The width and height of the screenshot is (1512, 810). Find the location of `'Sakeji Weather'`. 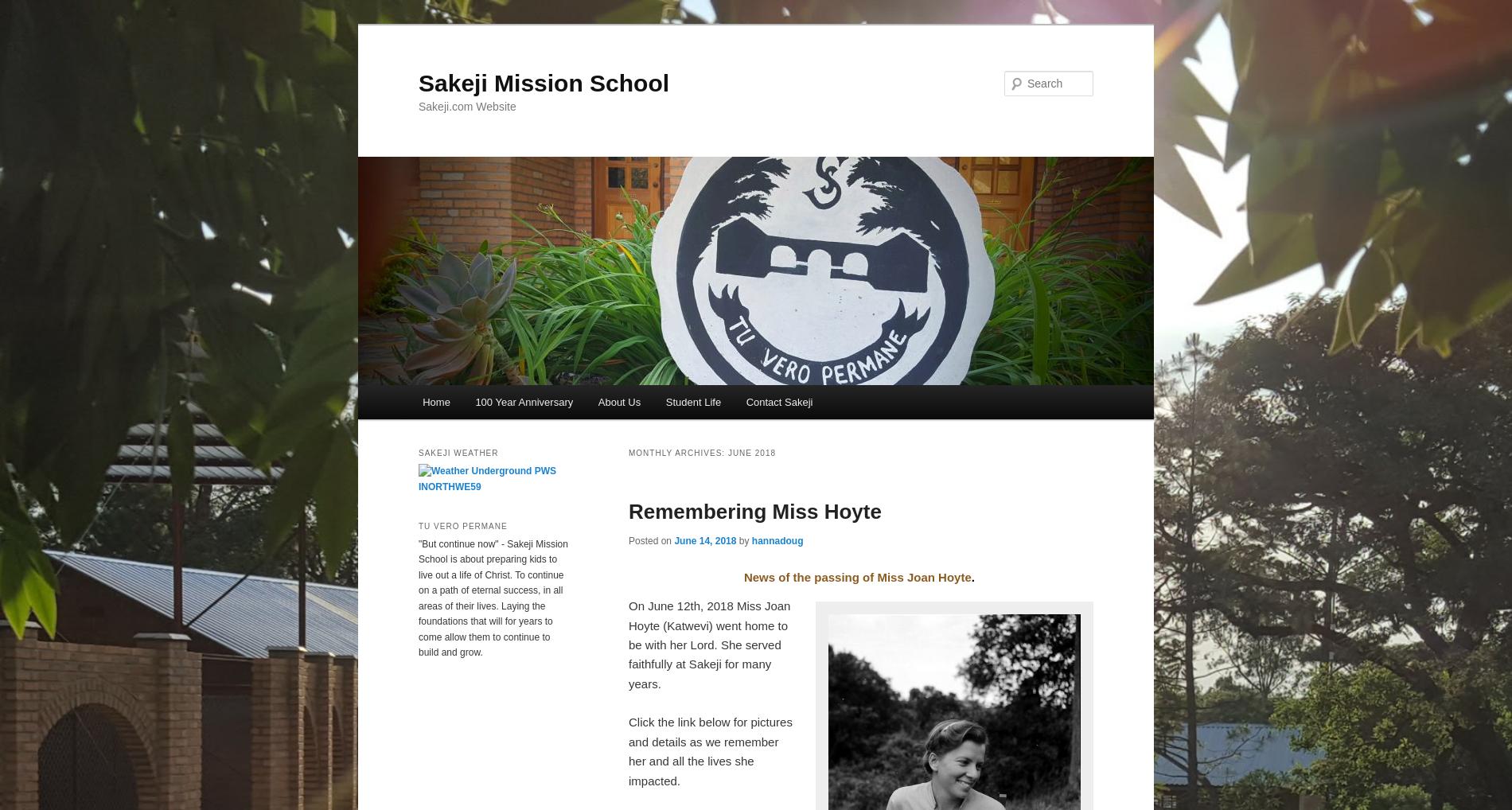

'Sakeji Weather' is located at coordinates (458, 453).